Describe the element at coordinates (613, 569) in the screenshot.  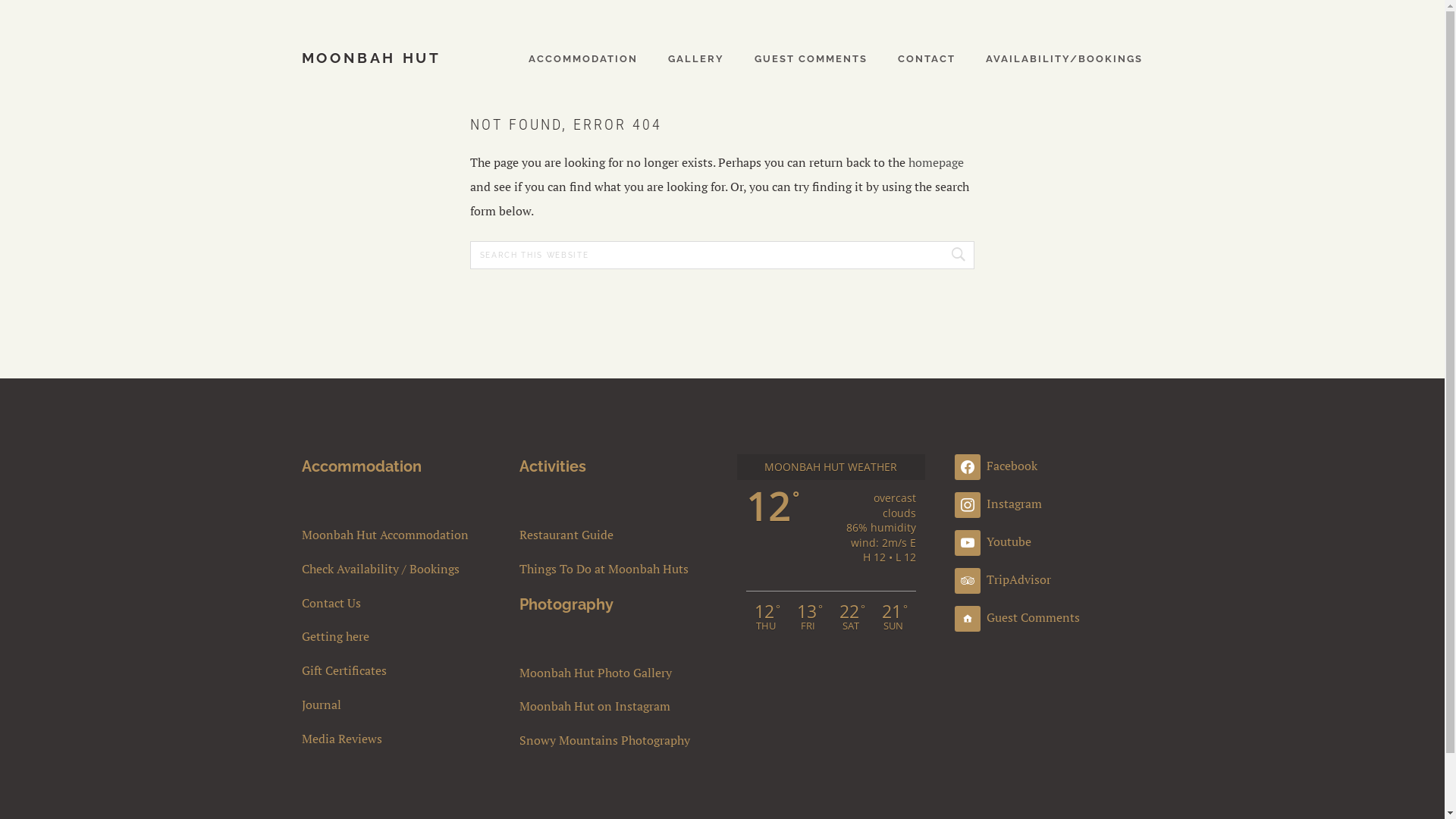
I see `'Things To Do at Moonbah Huts'` at that location.